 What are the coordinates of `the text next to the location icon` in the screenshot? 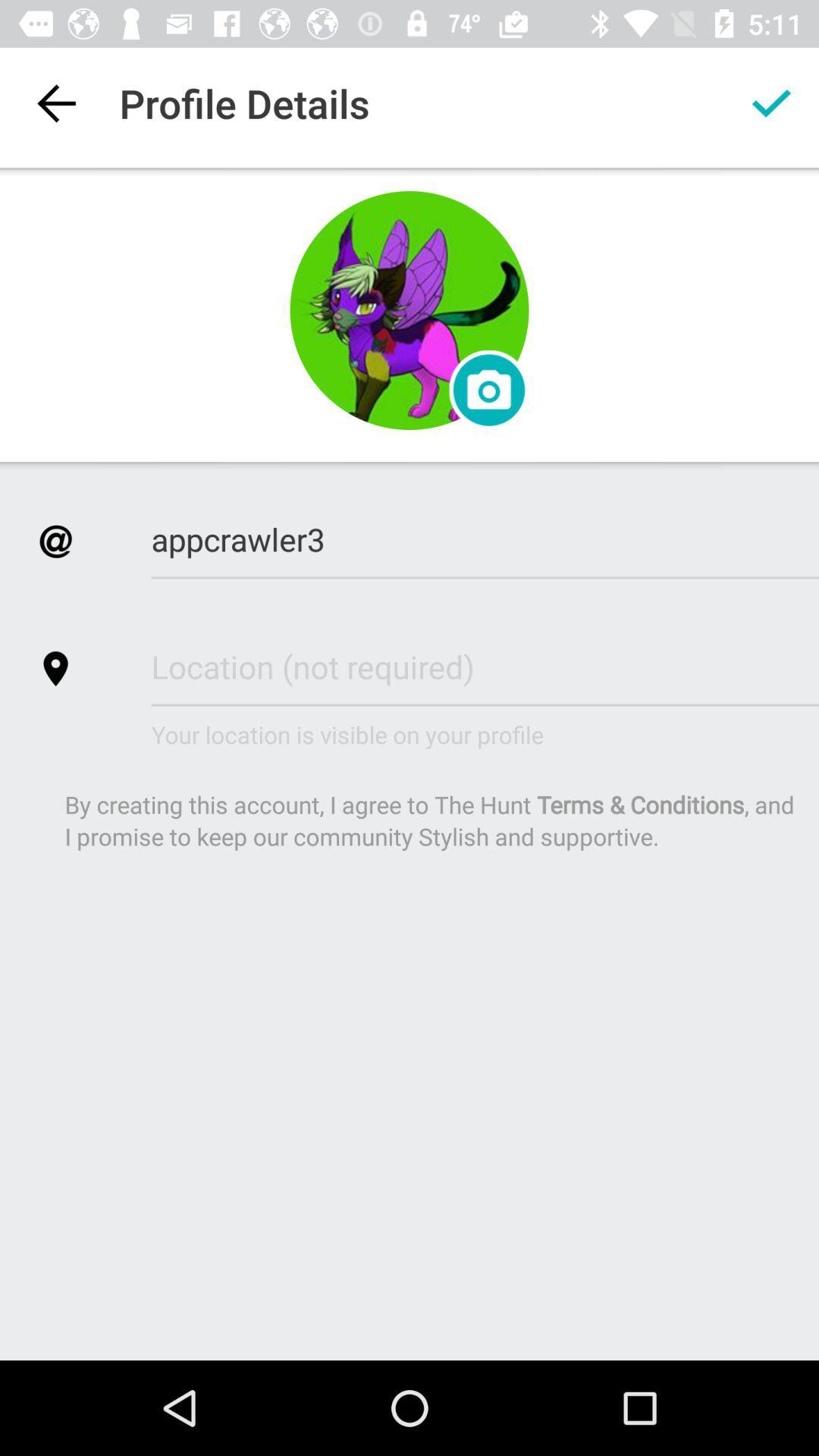 It's located at (485, 667).